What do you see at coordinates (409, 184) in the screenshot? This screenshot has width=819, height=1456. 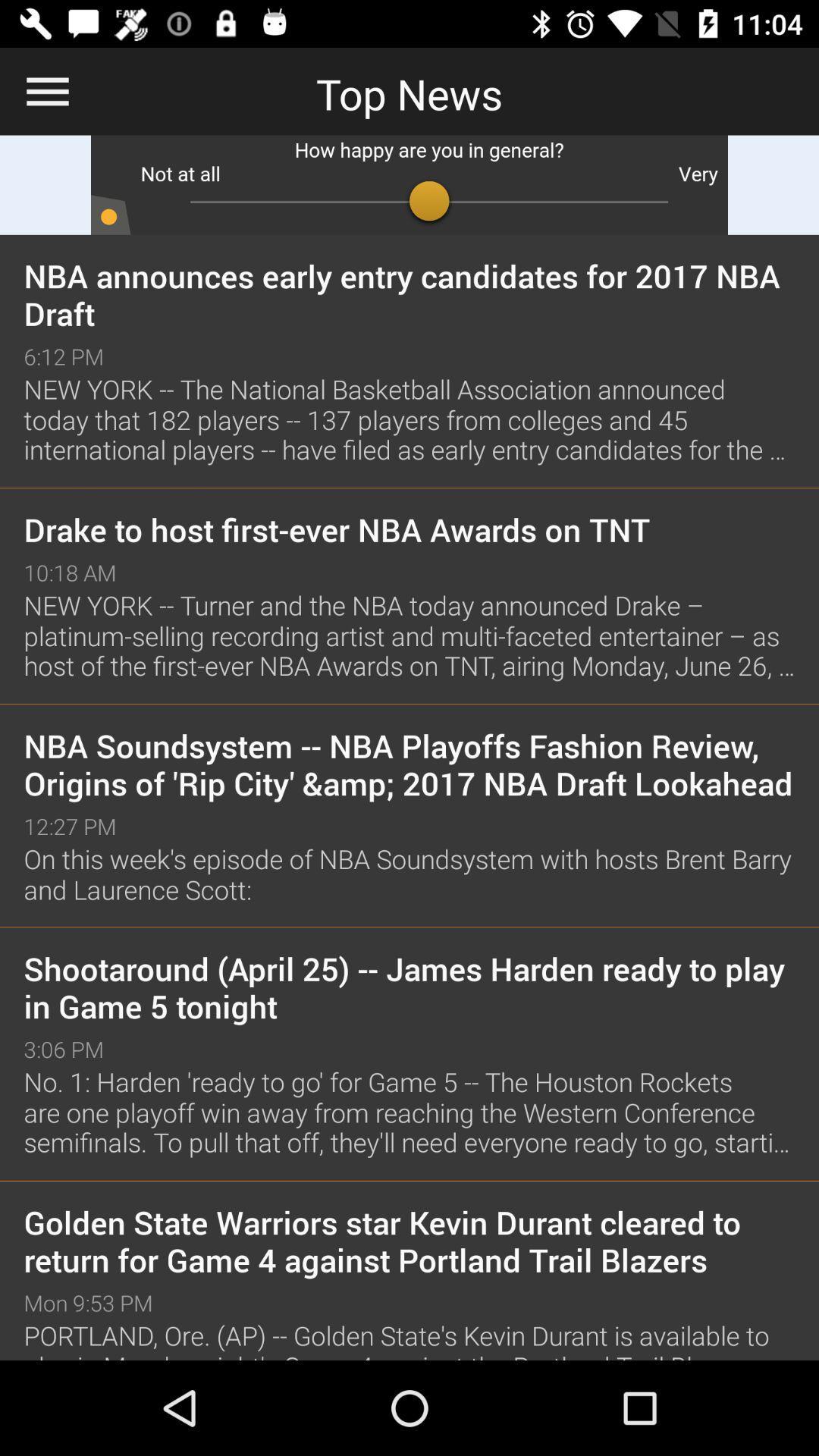 I see `sports` at bounding box center [409, 184].